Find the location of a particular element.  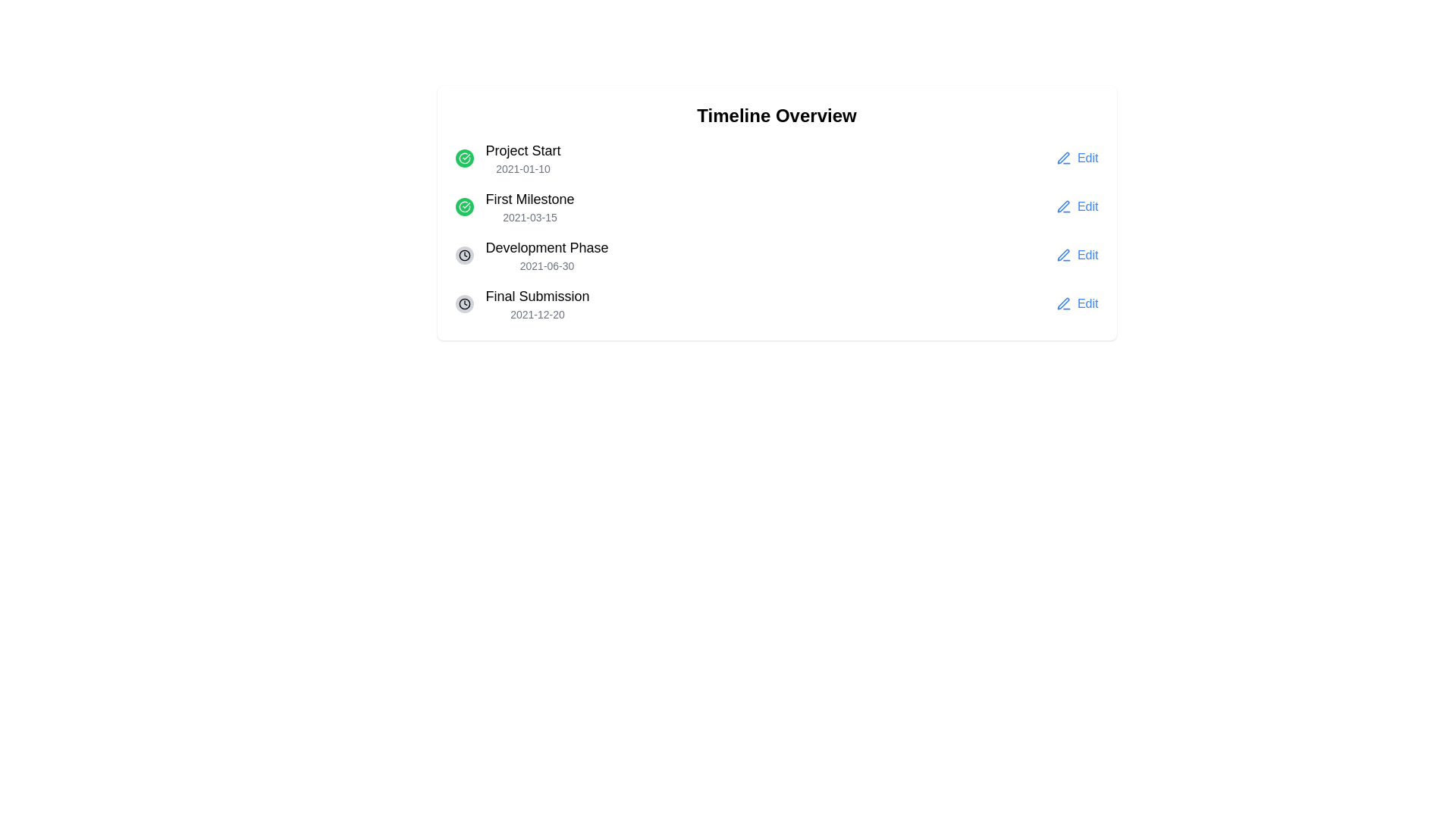

the text label displaying 'Development Phase' and '2021-06-30', which is the third milestone in the 'Timeline Overview' section is located at coordinates (546, 254).